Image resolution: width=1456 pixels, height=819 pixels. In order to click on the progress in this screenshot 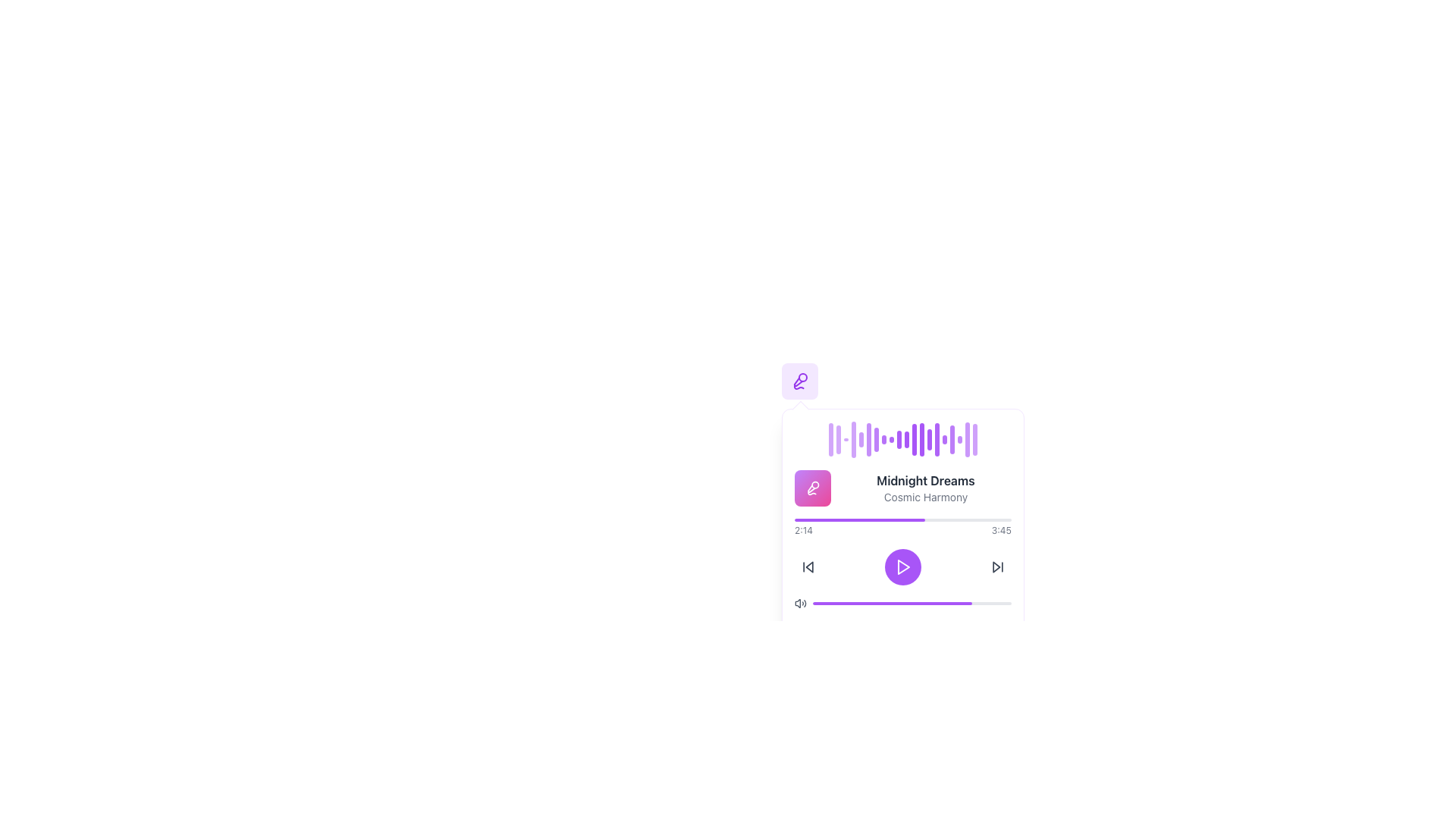, I will do `click(848, 602)`.